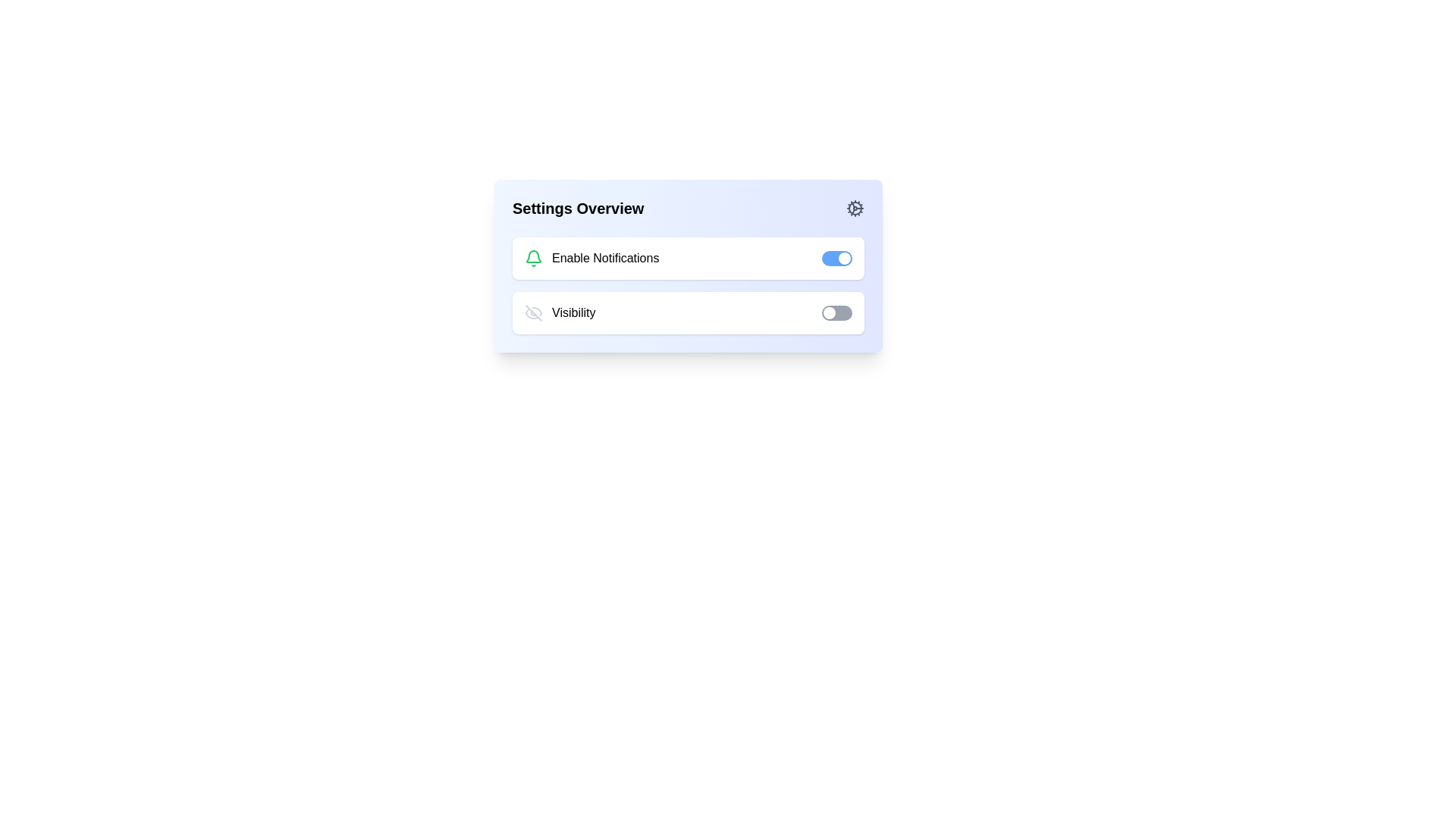 Image resolution: width=1456 pixels, height=819 pixels. What do you see at coordinates (534, 257) in the screenshot?
I see `the green stylized bell icon that indicates notification alerts, located to the left of the 'Enable Notifications' label in the notification settings section` at bounding box center [534, 257].